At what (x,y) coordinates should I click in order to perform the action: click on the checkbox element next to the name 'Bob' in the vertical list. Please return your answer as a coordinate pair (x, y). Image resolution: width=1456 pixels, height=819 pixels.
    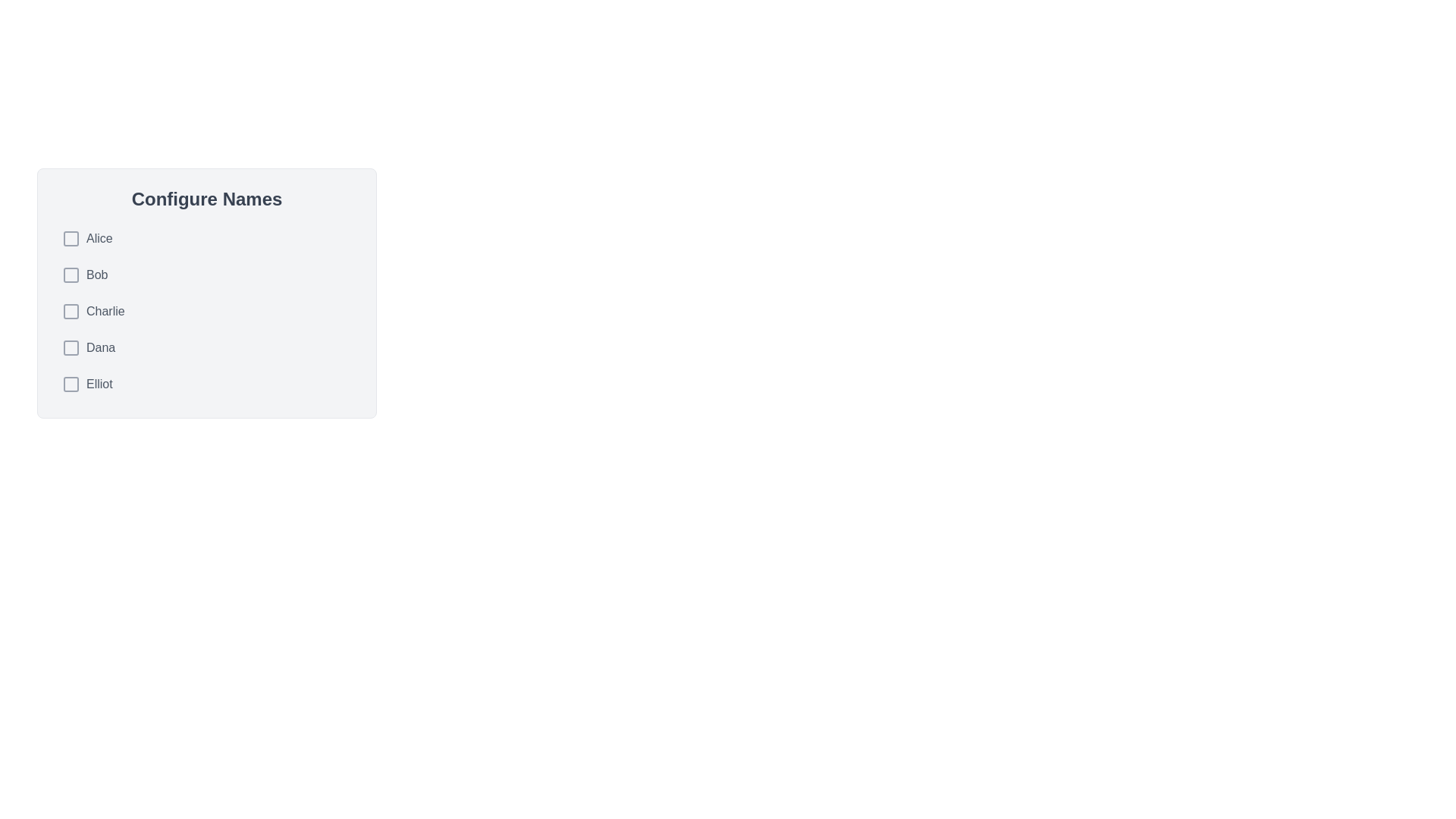
    Looking at the image, I should click on (71, 275).